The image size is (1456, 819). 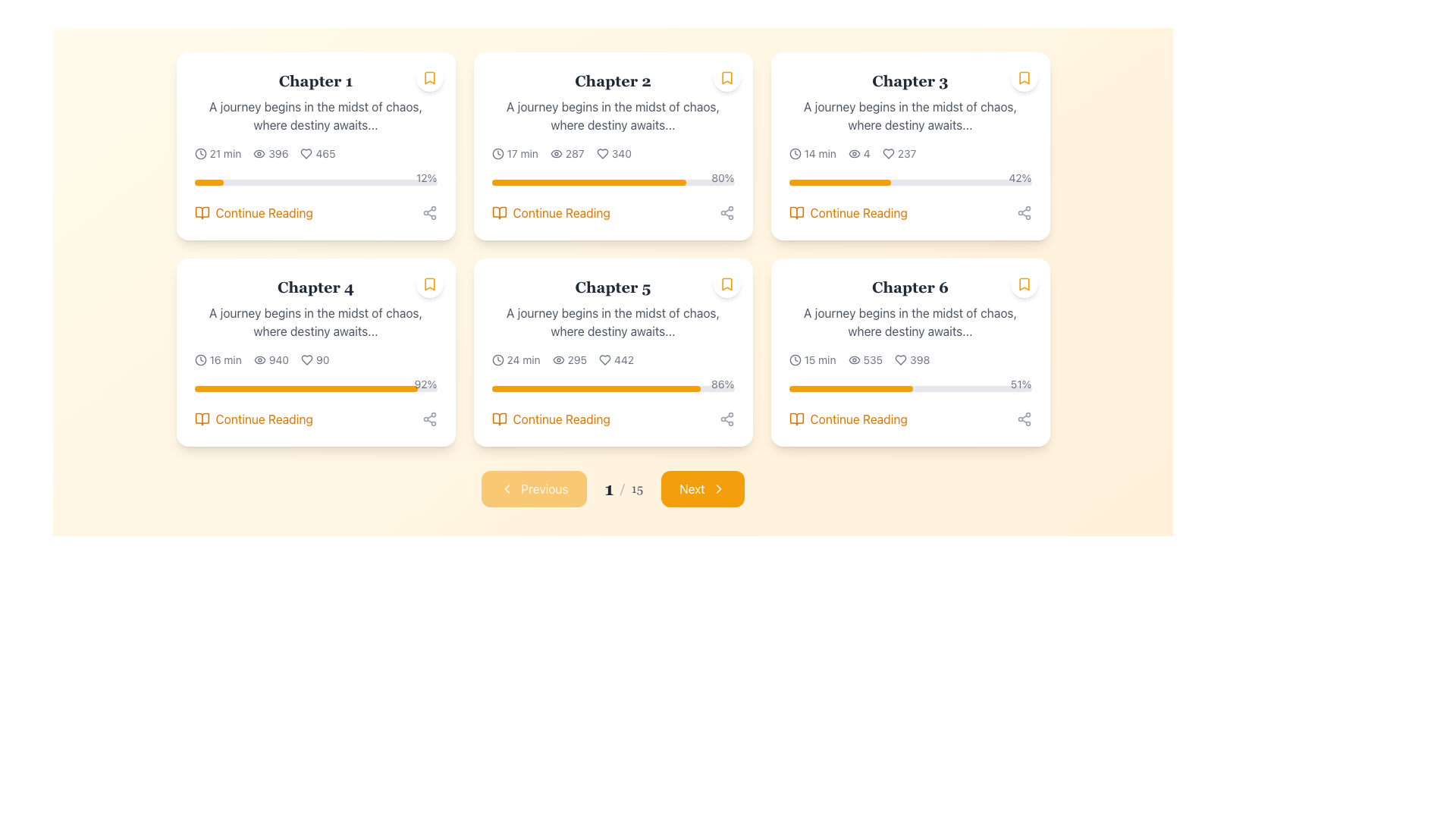 I want to click on the orange bookmark icon located at the top right corner of the card labeled 'Chapter 4', so click(x=428, y=284).